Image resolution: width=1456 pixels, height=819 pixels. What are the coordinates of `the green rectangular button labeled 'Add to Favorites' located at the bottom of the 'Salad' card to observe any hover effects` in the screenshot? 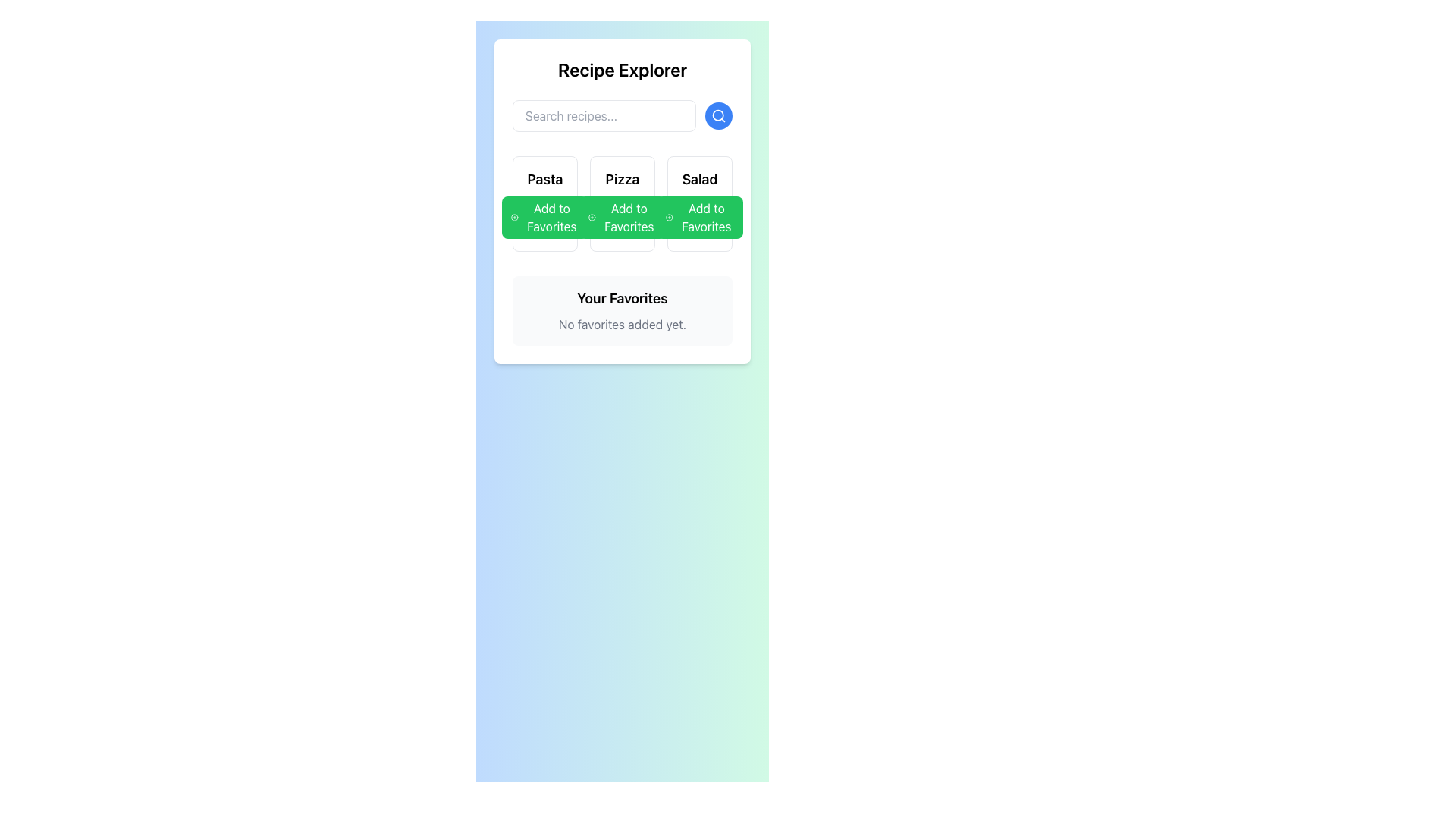 It's located at (698, 217).